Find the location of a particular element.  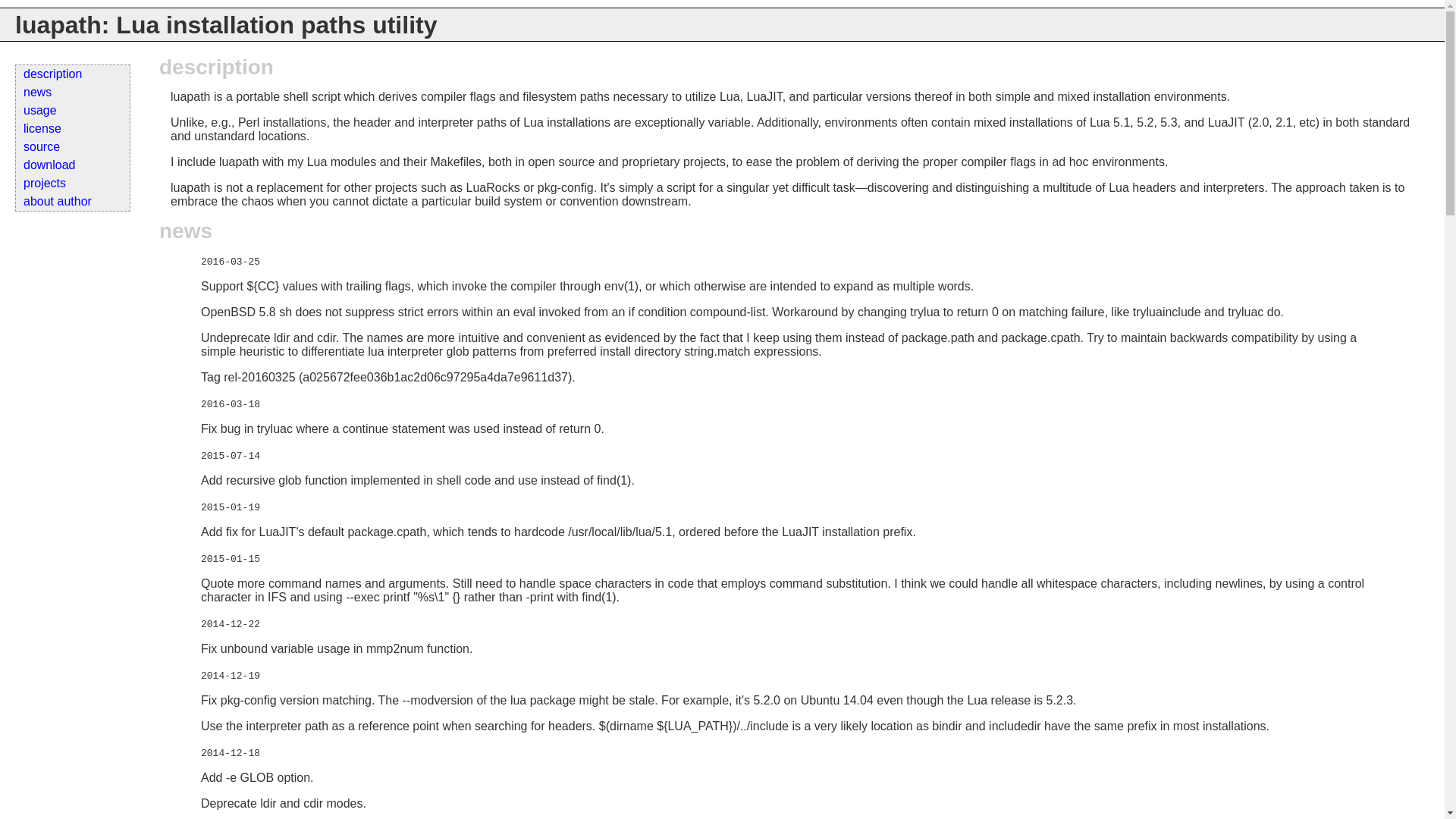

'description' is located at coordinates (72, 74).